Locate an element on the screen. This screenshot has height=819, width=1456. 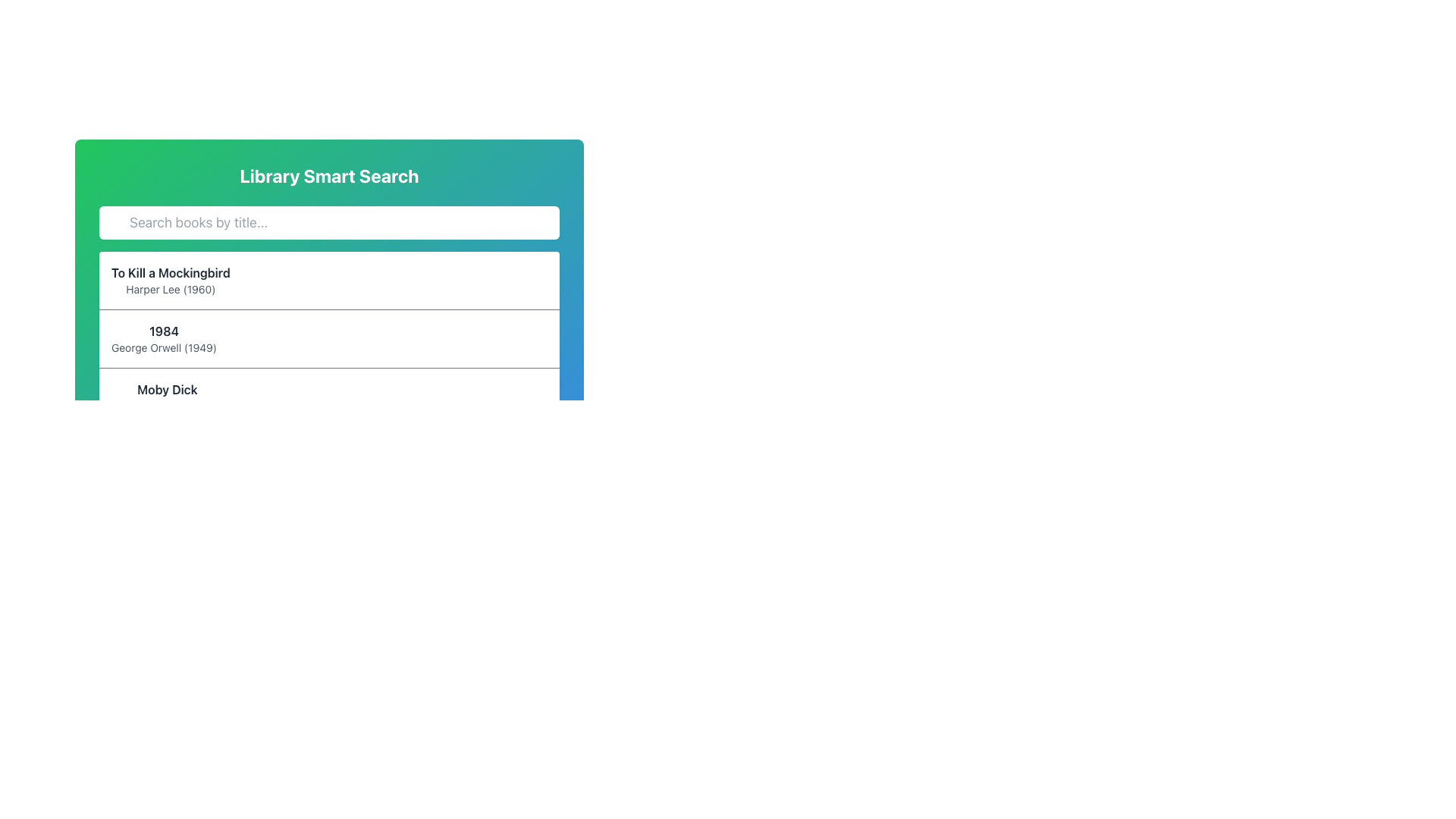
a book entry in the Library Smart Search list is located at coordinates (328, 397).